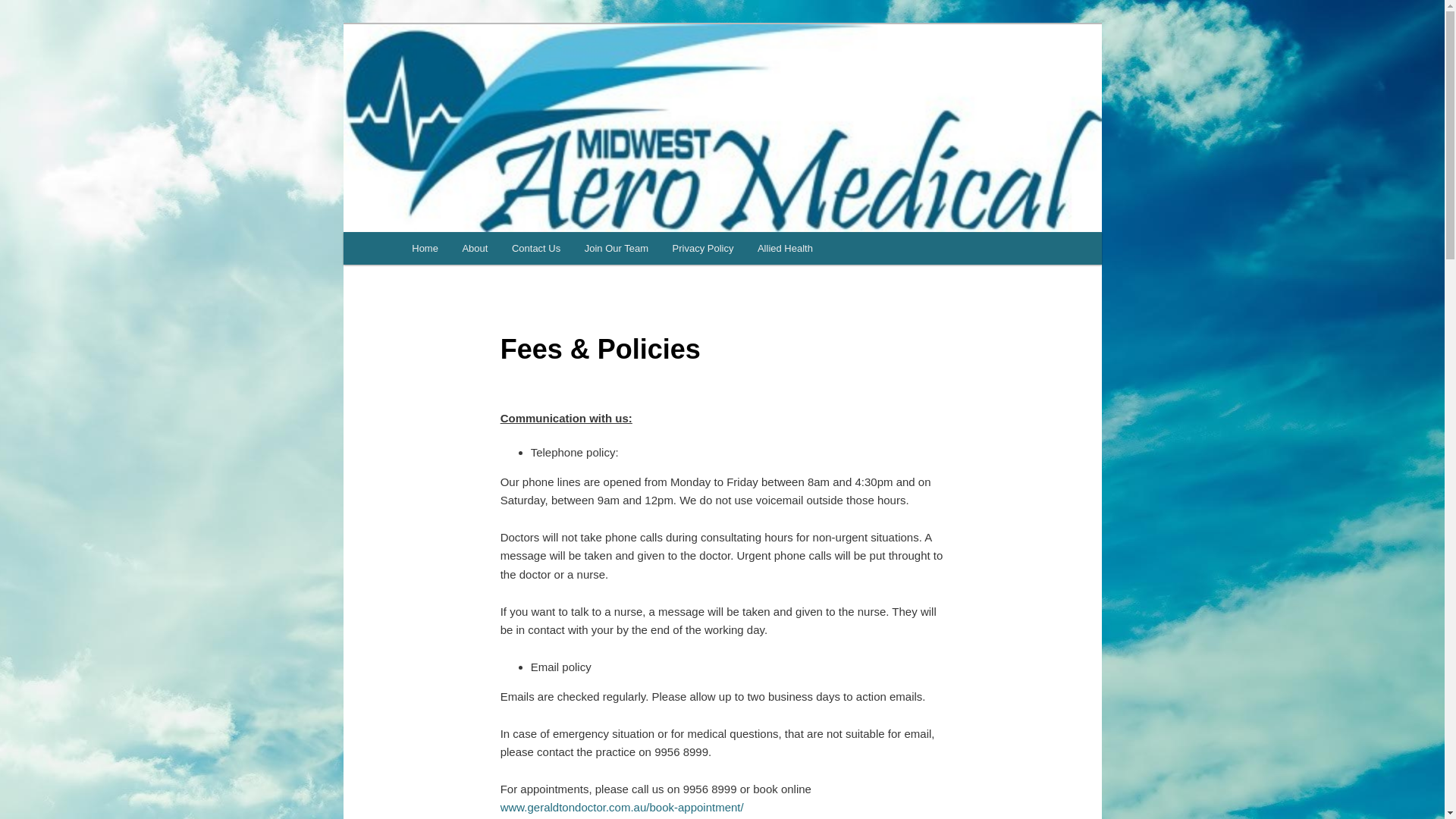 Image resolution: width=1456 pixels, height=819 pixels. What do you see at coordinates (745, 247) in the screenshot?
I see `'Allied Health'` at bounding box center [745, 247].